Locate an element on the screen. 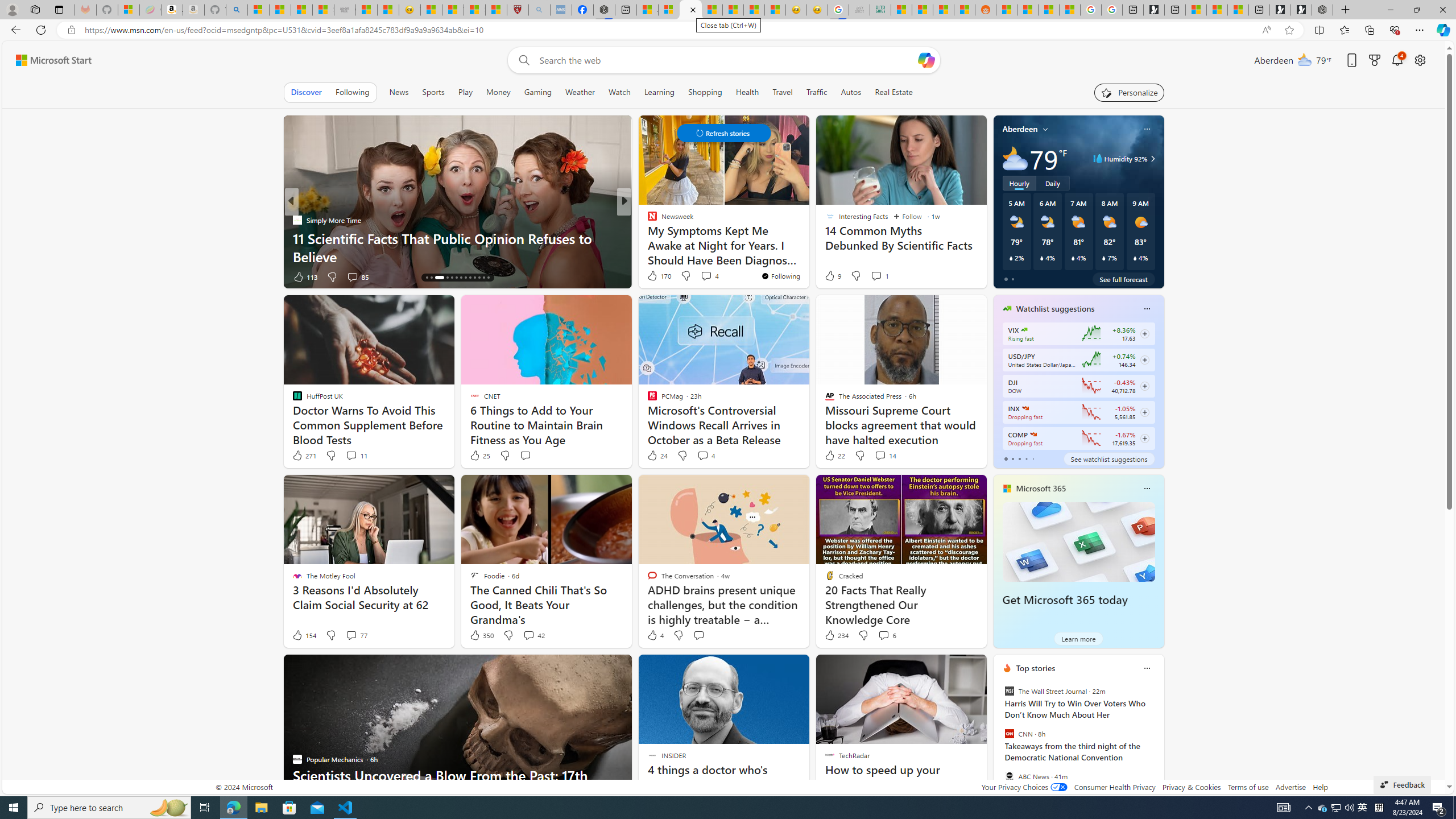  'View comments 85 Comment' is located at coordinates (357, 276).